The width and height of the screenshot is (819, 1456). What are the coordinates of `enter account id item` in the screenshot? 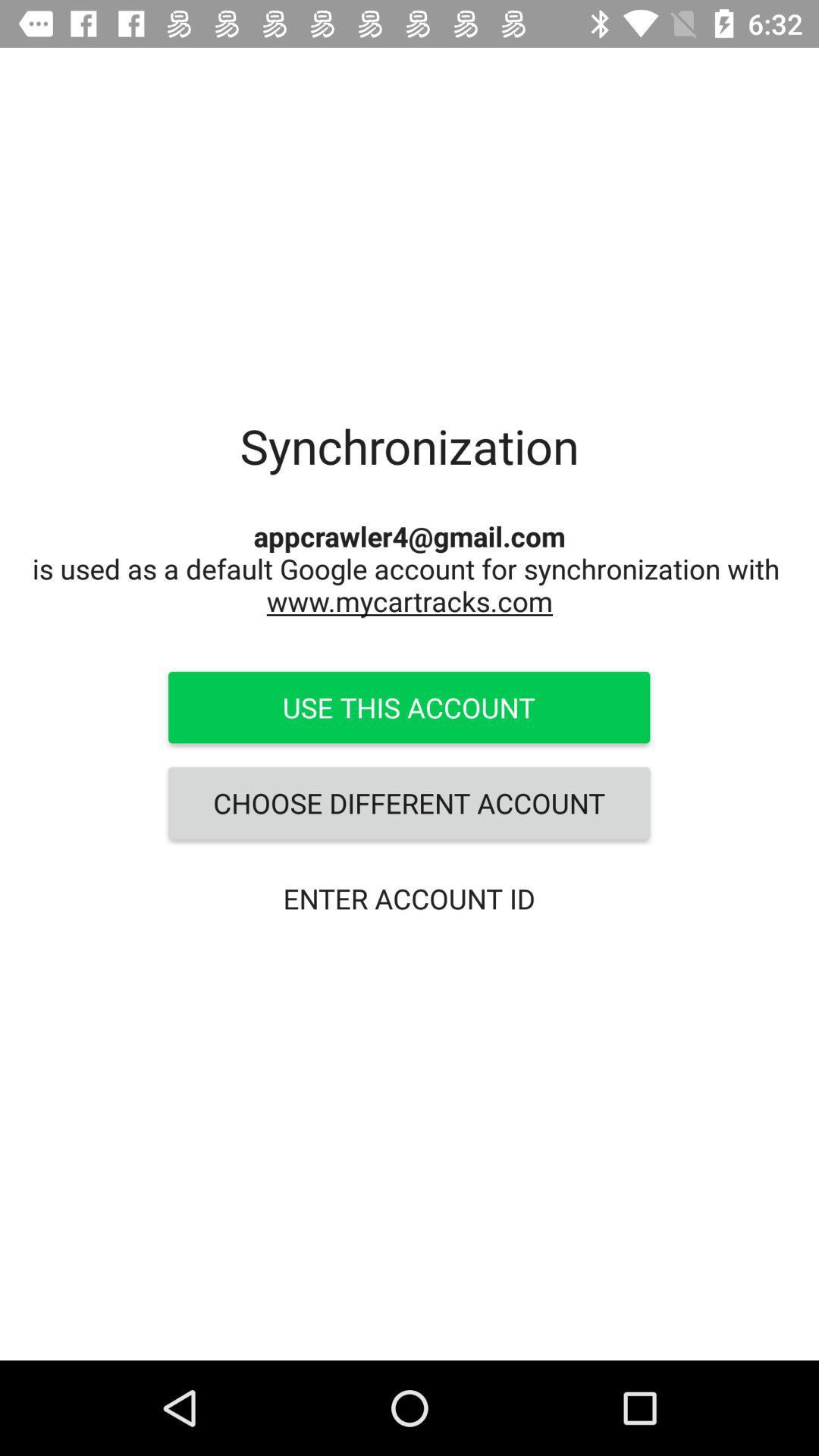 It's located at (408, 899).